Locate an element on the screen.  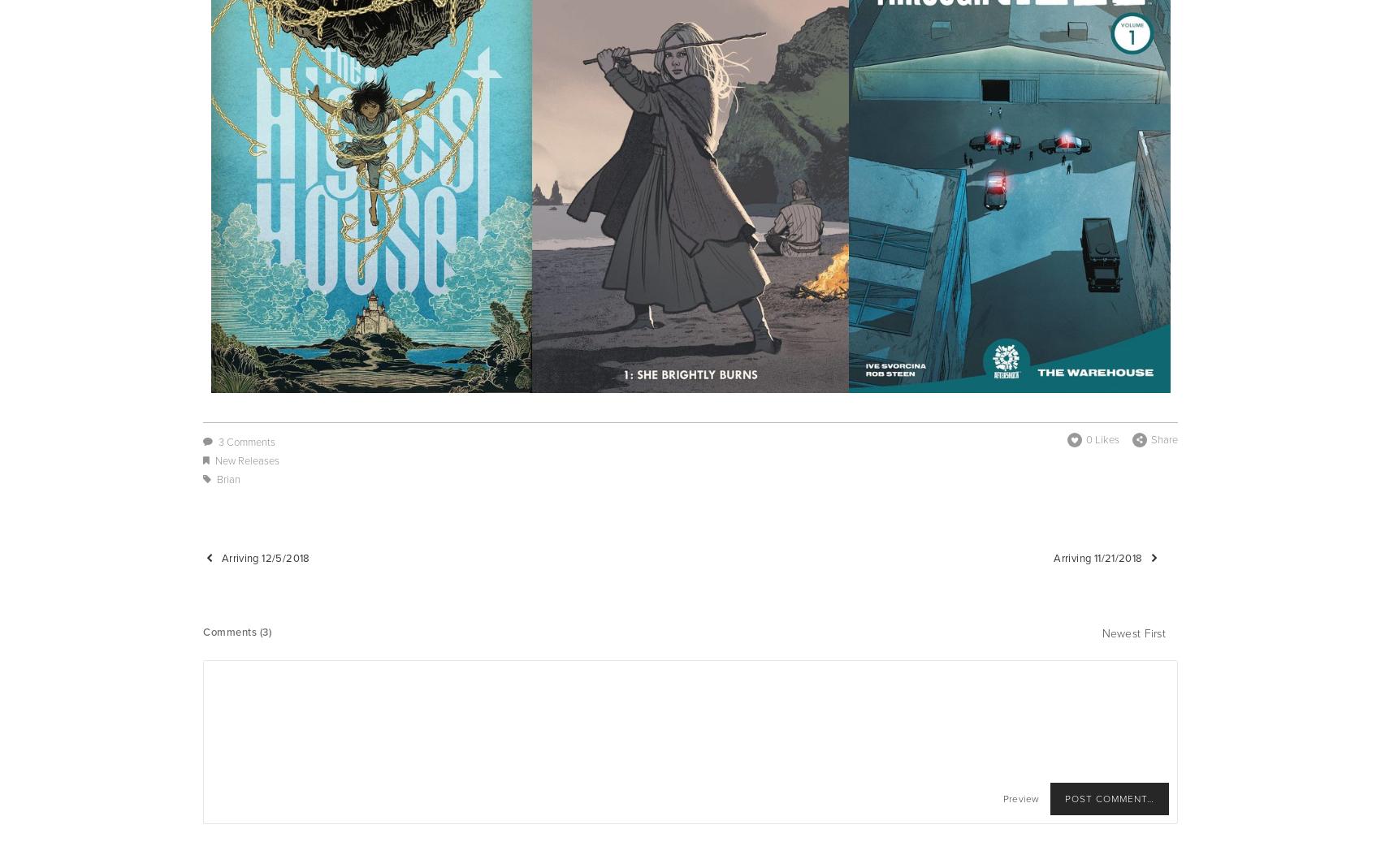
'Arriving 12/5/2018' is located at coordinates (264, 556).